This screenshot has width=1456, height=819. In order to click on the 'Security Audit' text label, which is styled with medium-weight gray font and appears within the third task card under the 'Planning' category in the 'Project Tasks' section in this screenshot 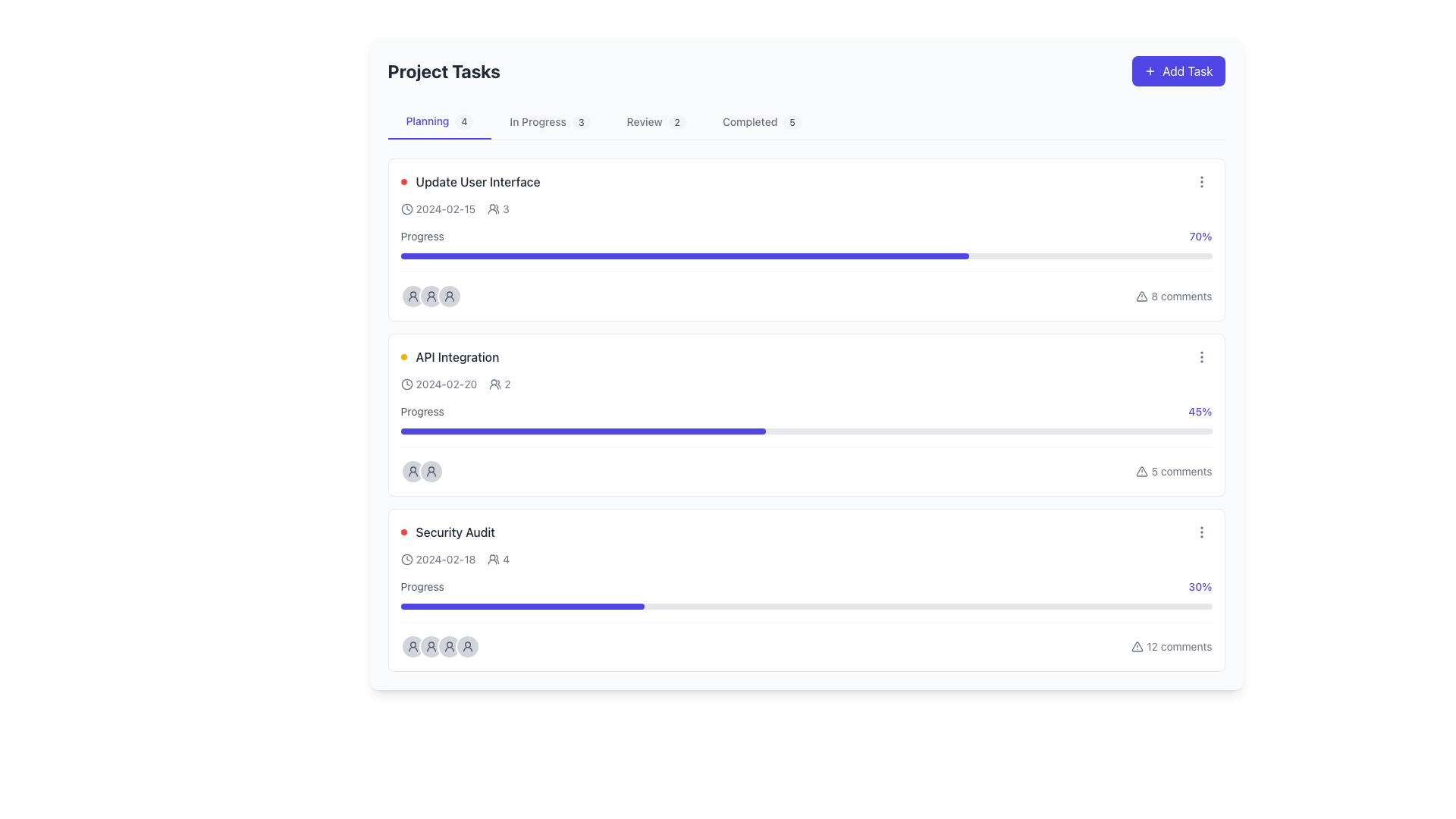, I will do `click(454, 532)`.